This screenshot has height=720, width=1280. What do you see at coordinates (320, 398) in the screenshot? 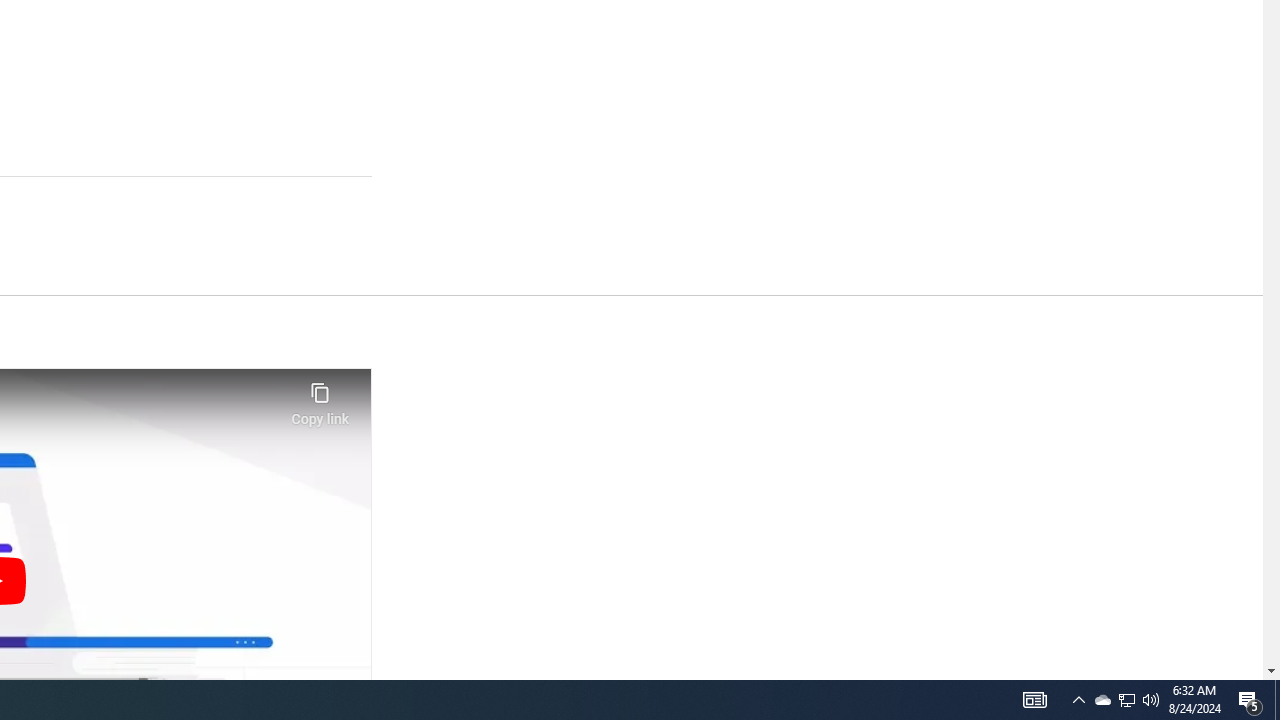
I see `'Copy link'` at bounding box center [320, 398].